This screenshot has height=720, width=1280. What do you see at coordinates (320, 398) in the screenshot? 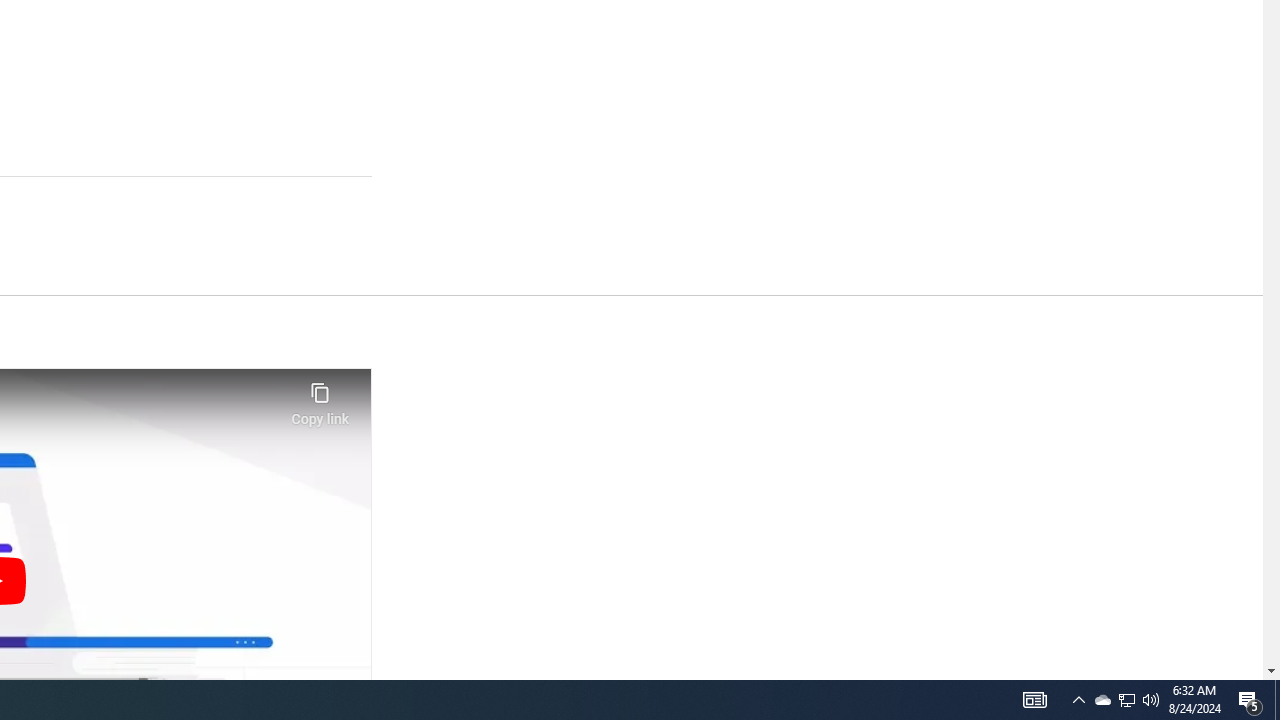
I see `'Copy link'` at bounding box center [320, 398].